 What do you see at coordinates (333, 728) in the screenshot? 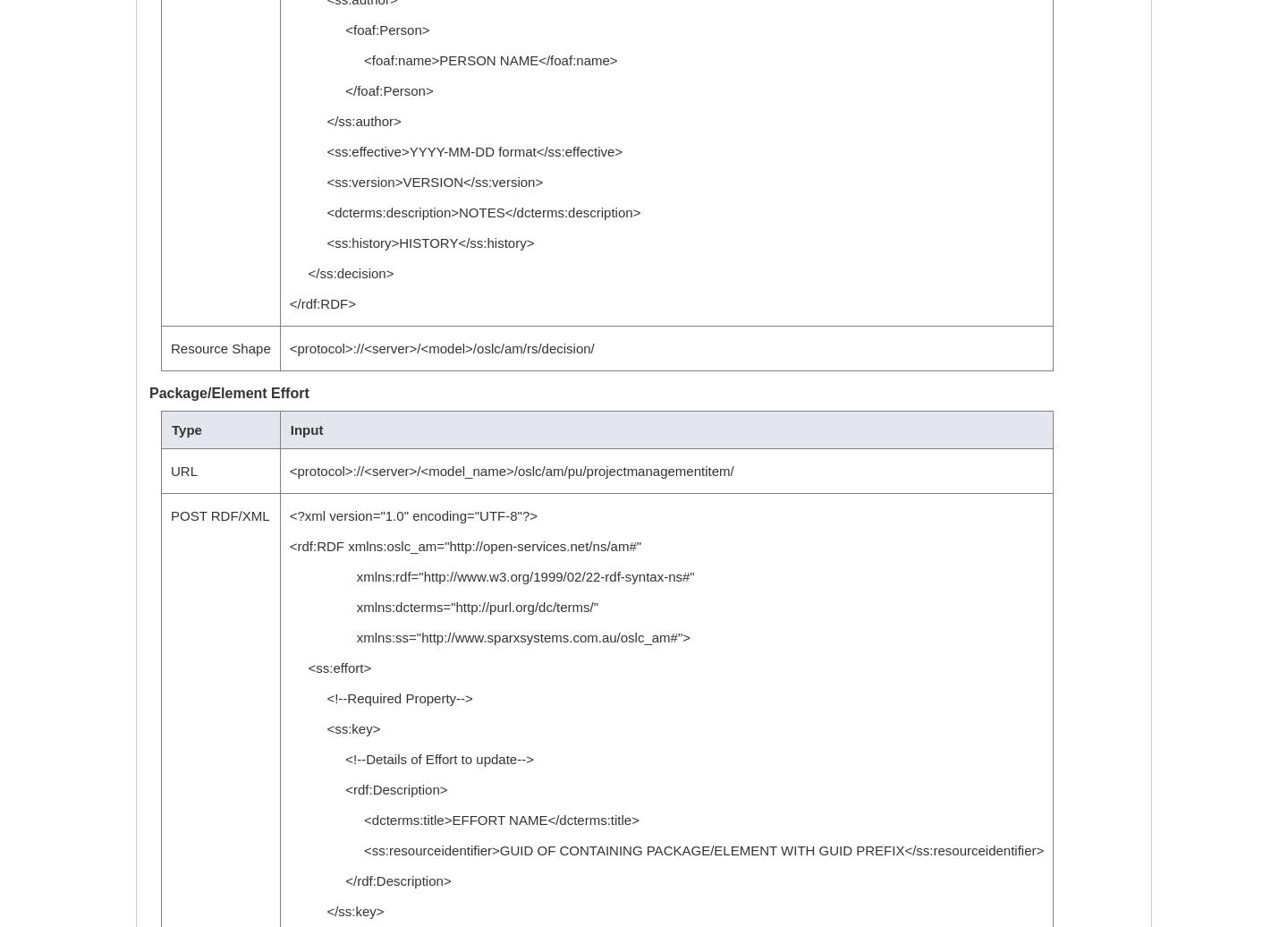
I see `'<ss:key>'` at bounding box center [333, 728].